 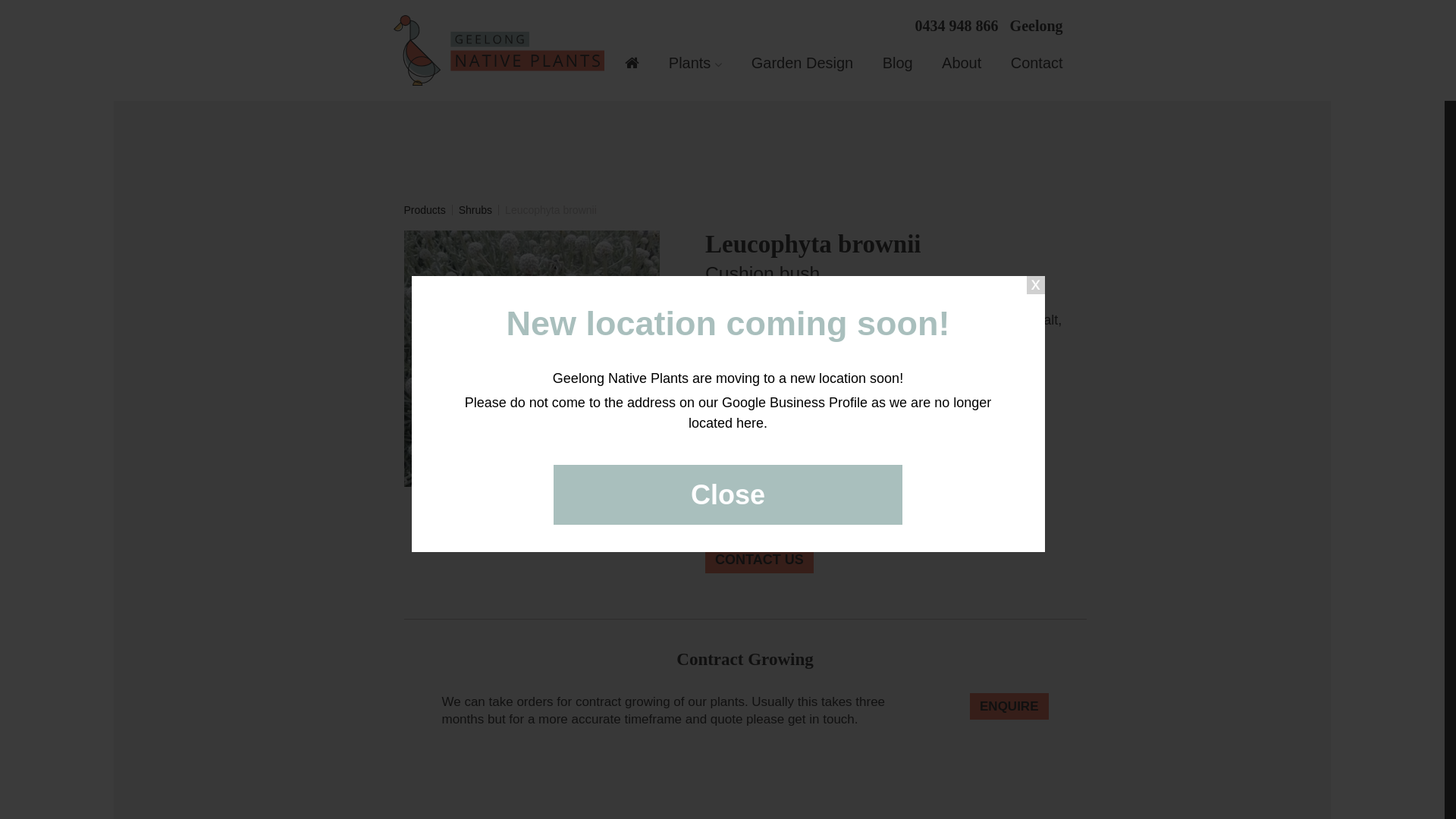 What do you see at coordinates (1036, 62) in the screenshot?
I see `'Contact'` at bounding box center [1036, 62].